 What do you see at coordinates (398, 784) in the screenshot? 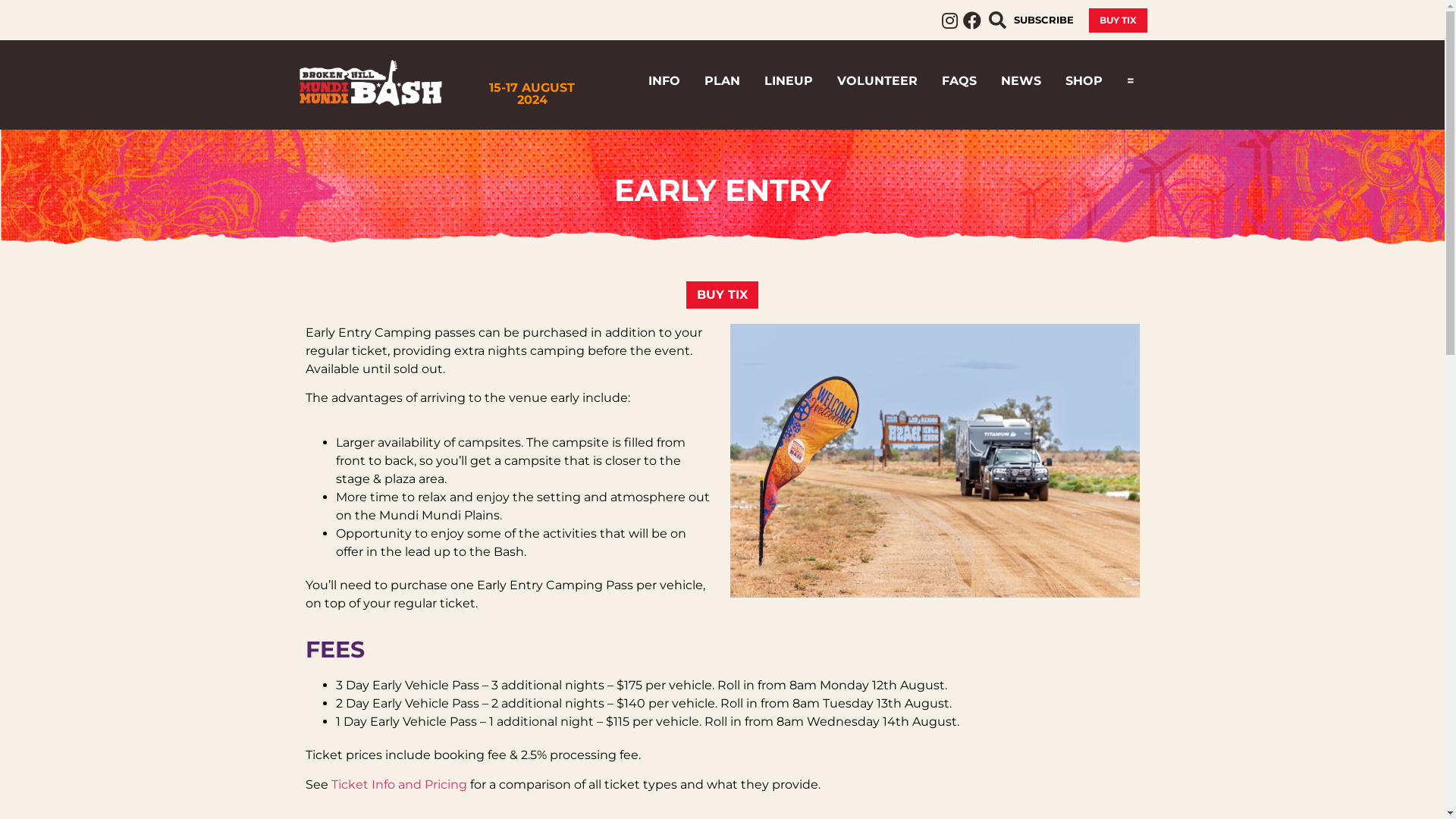
I see `'Ticket Info and Pricing'` at bounding box center [398, 784].